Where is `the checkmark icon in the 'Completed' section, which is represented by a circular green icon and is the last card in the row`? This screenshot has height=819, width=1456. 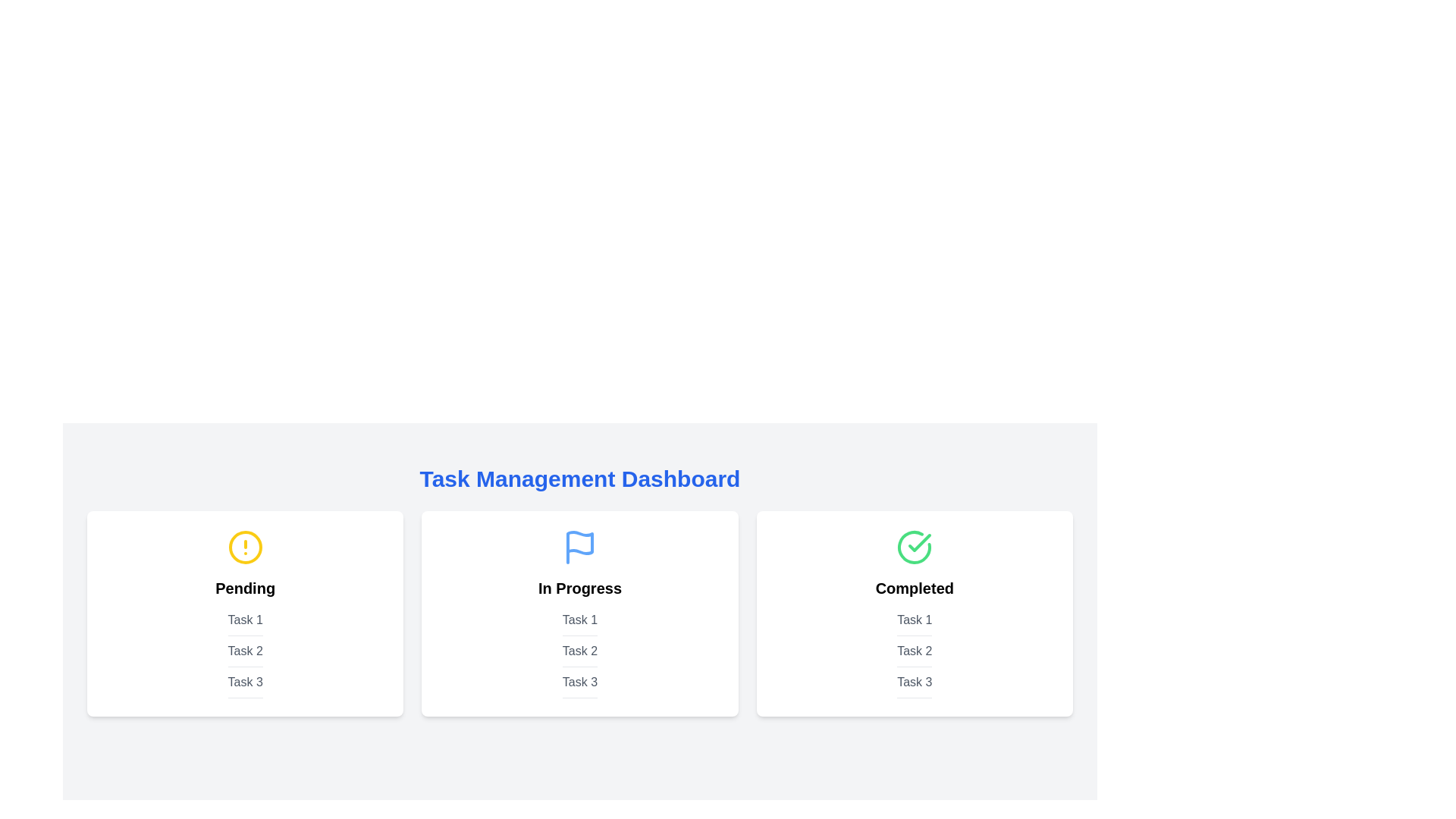
the checkmark icon in the 'Completed' section, which is represented by a circular green icon and is the last card in the row is located at coordinates (919, 542).